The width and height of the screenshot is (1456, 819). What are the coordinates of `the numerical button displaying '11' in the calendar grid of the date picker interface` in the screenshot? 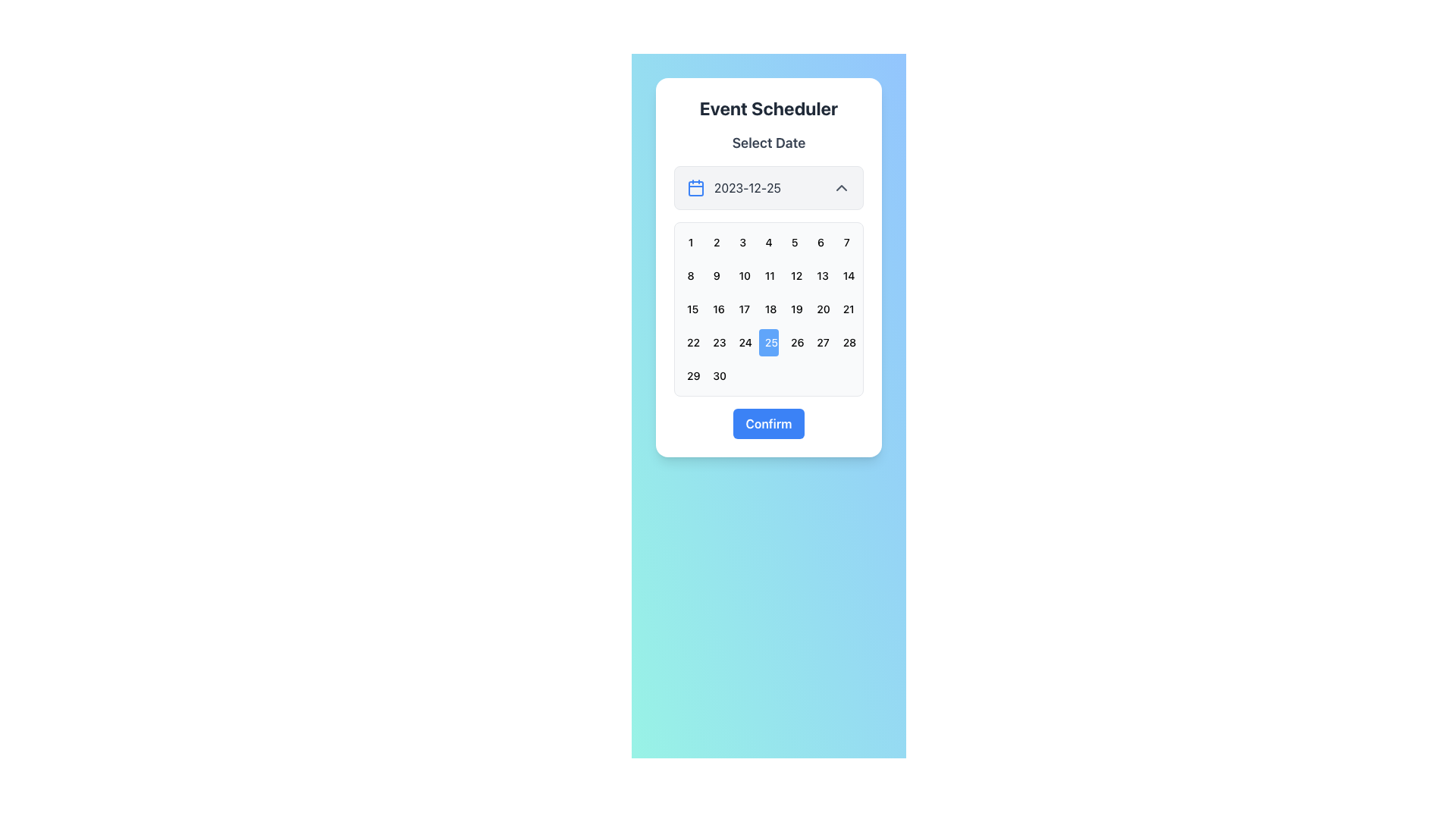 It's located at (768, 275).